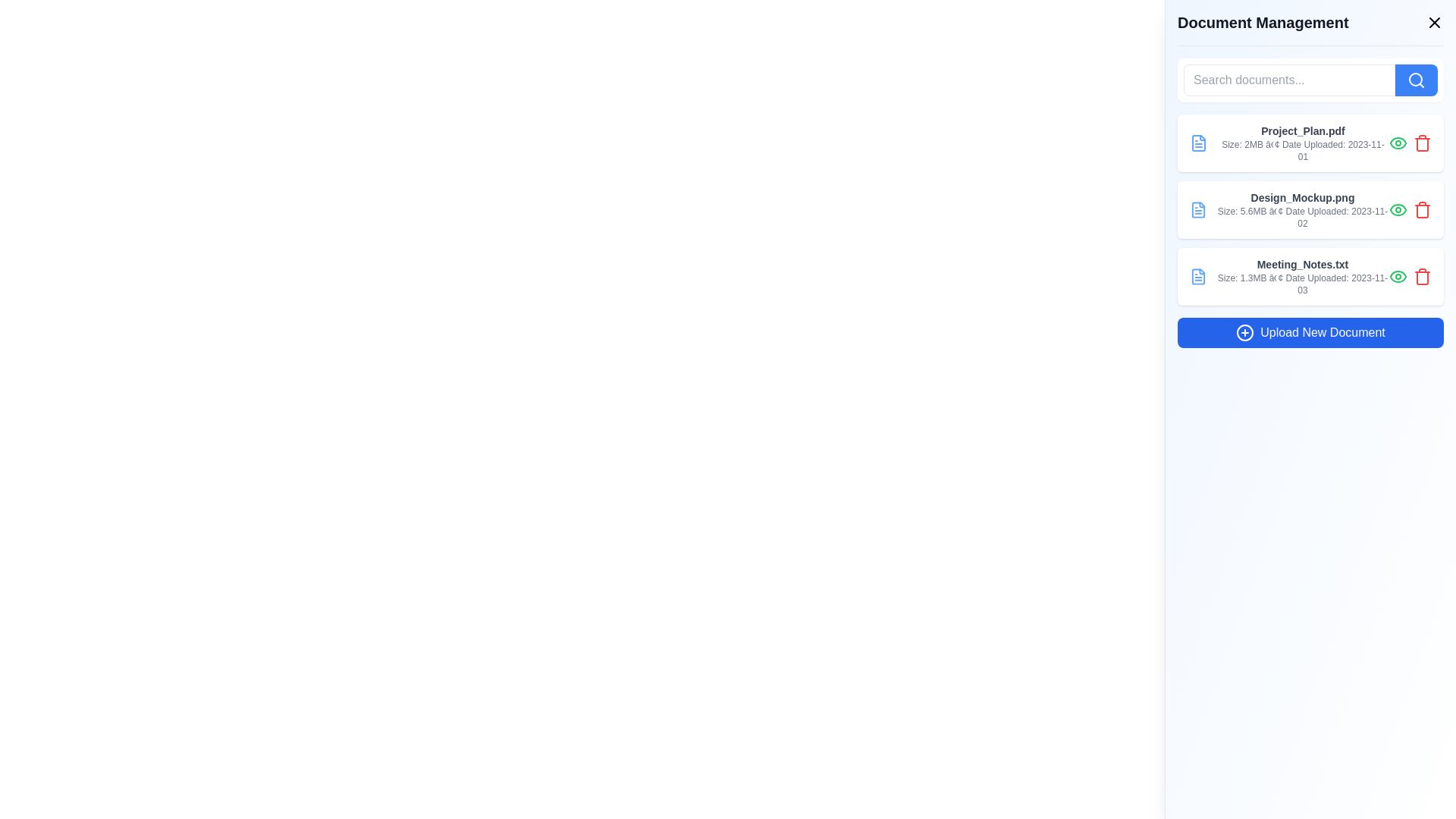 The image size is (1456, 819). Describe the element at coordinates (1263, 23) in the screenshot. I see `the non-interactive text label indicating the 'Document Management' section, located in the upper right section of the interface` at that location.